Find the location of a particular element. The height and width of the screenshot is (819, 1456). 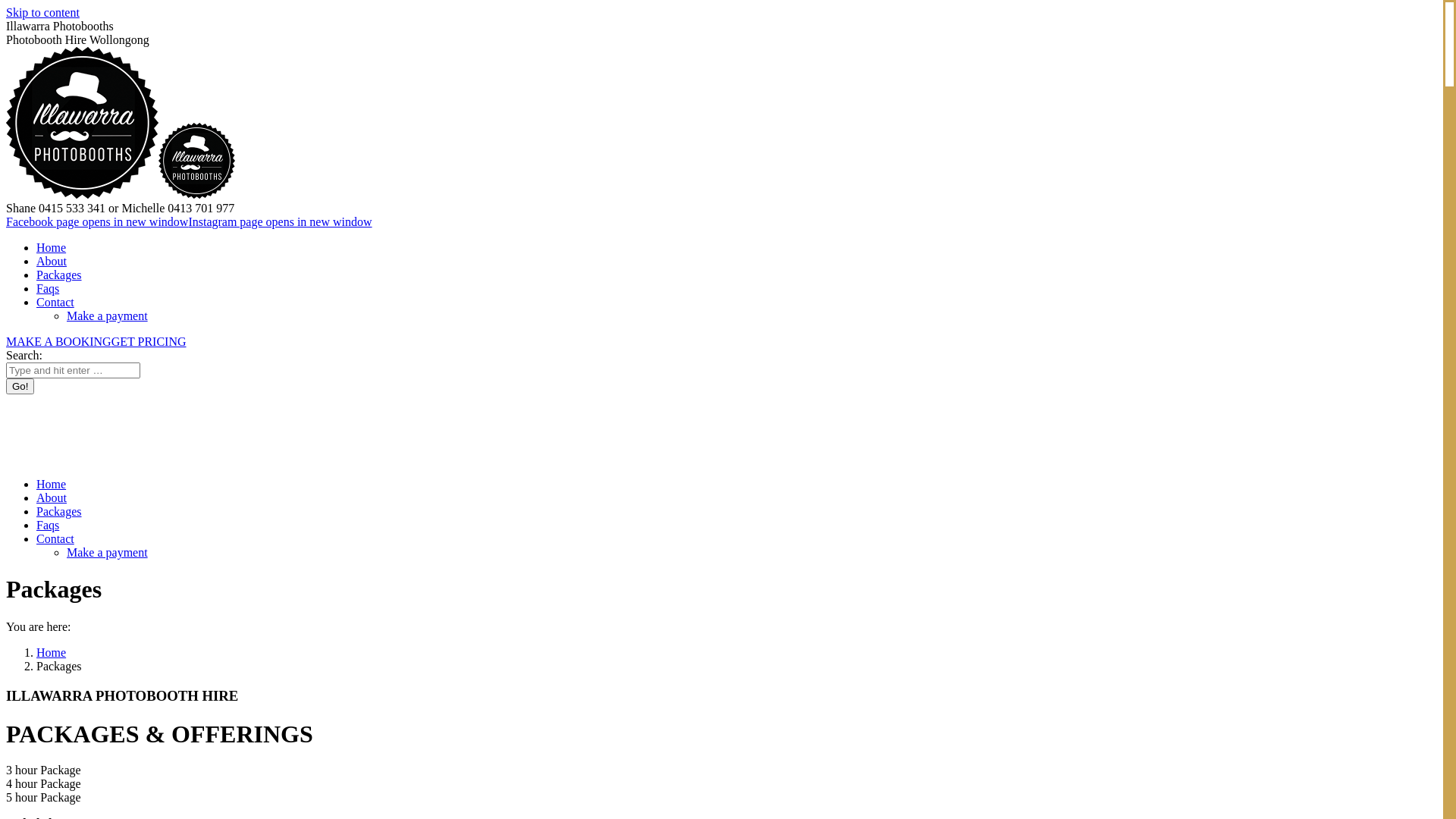

'Faqs' is located at coordinates (47, 524).